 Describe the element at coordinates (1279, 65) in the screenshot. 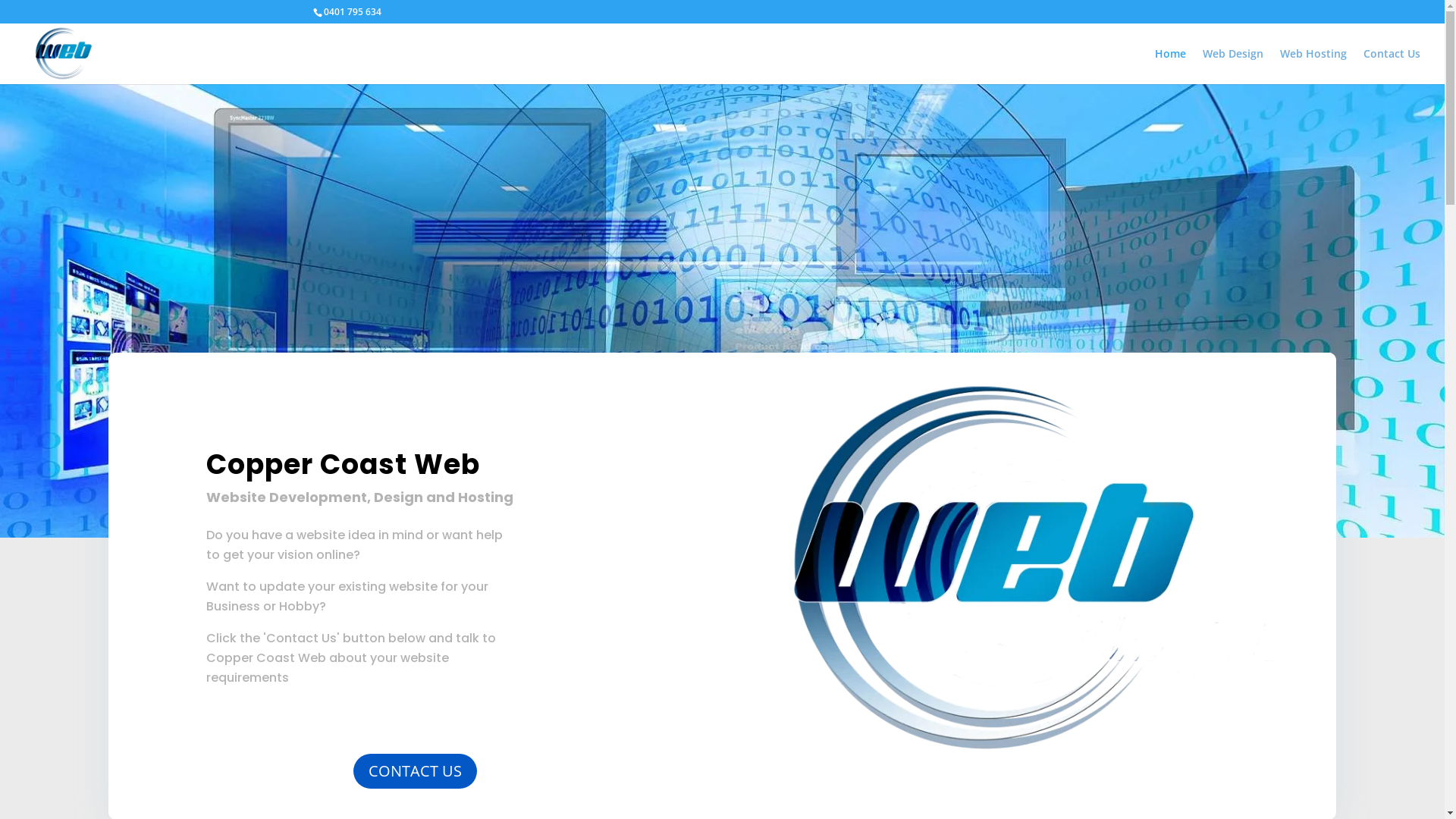

I see `'Web Hosting'` at that location.